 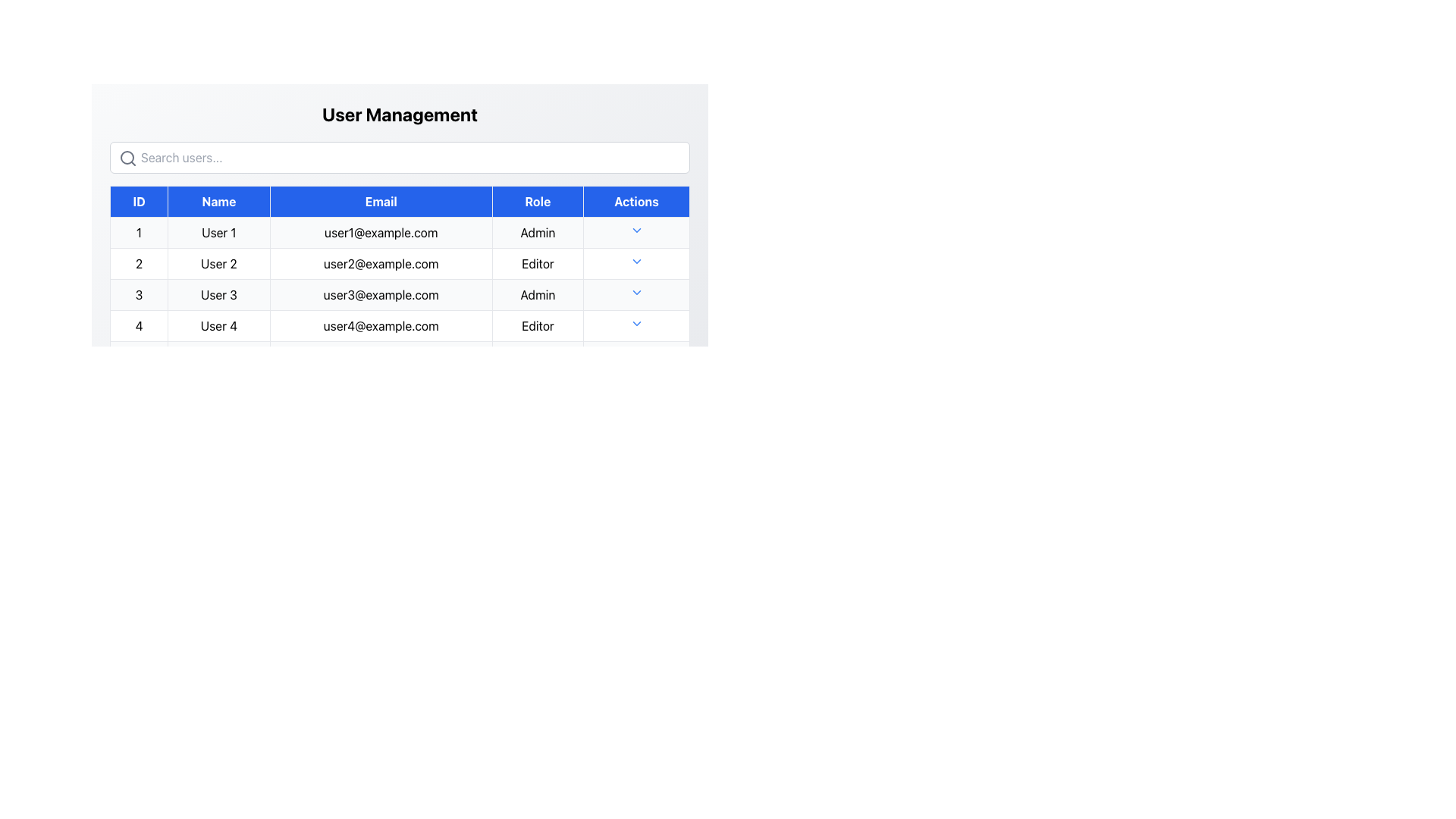 I want to click on the fourth row in the user management table which includes user details such as ID, name, email, role, and actions, so click(x=400, y=325).